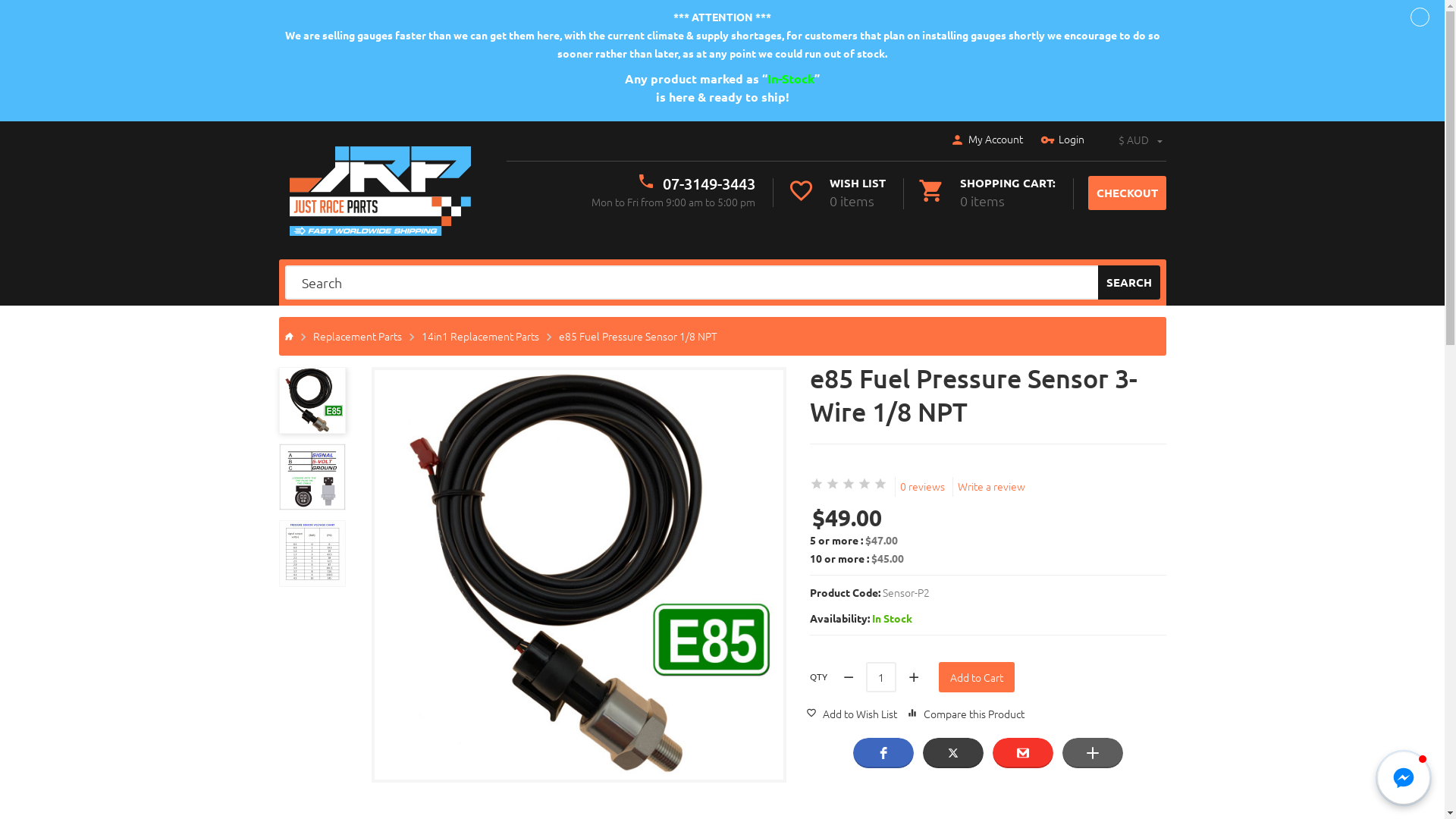 This screenshot has height=819, width=1456. What do you see at coordinates (952, 752) in the screenshot?
I see `'Twitter'` at bounding box center [952, 752].